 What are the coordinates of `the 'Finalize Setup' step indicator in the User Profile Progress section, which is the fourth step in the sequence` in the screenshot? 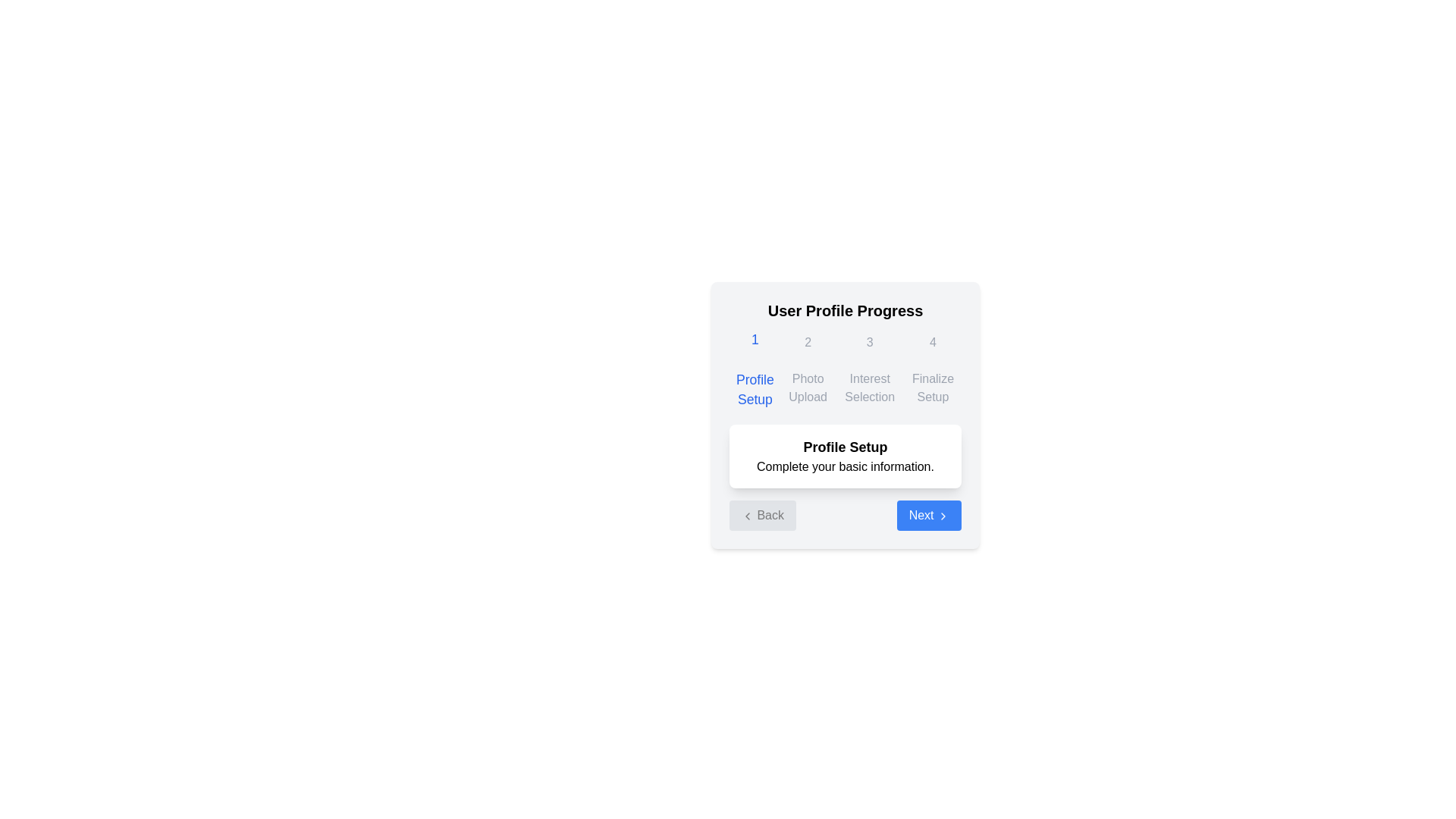 It's located at (931, 370).